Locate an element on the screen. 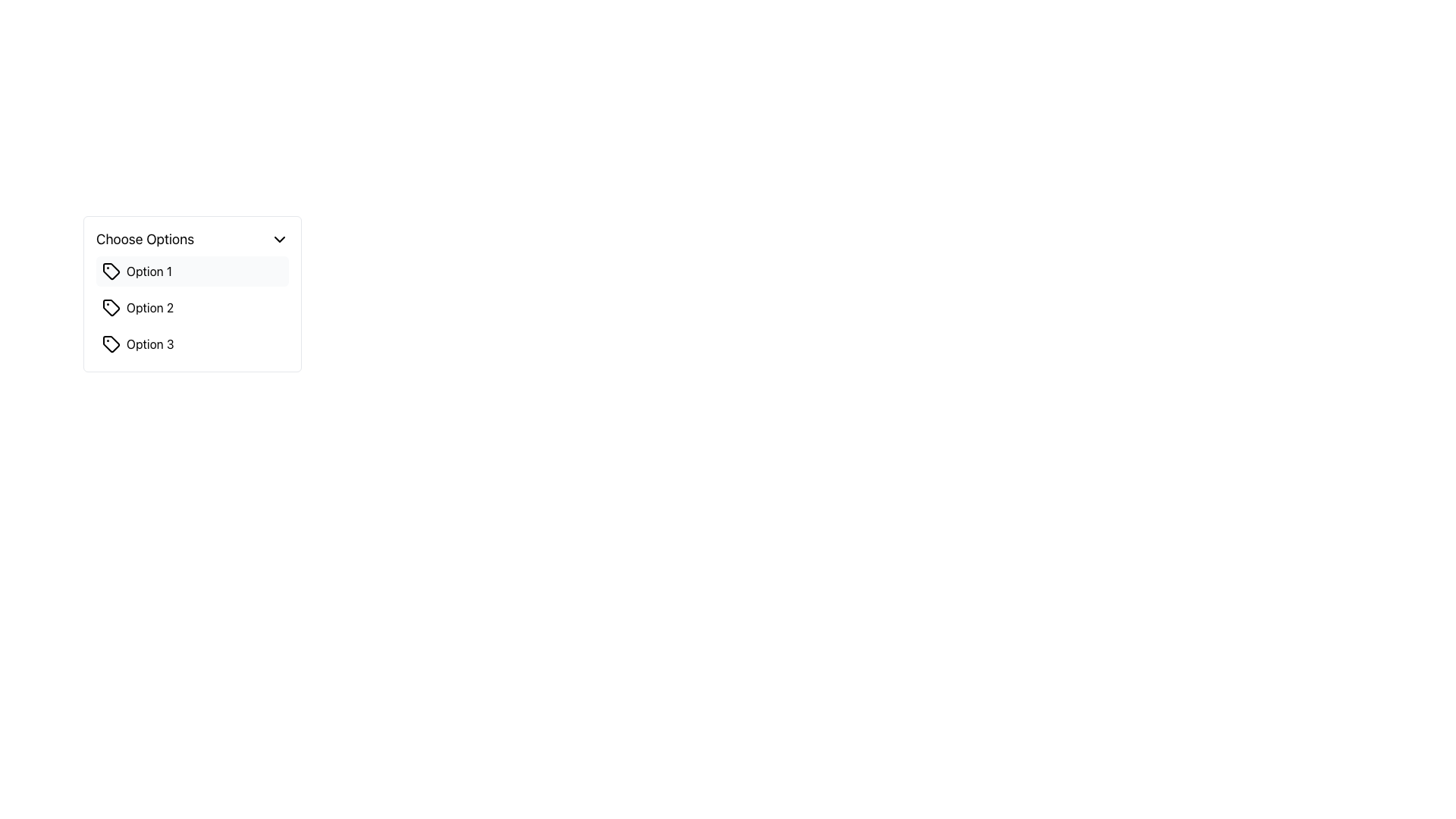 This screenshot has height=819, width=1456. the tag-like icon located near the left end of the third option labeled 'Option 3' in the dropdown menu is located at coordinates (111, 344).